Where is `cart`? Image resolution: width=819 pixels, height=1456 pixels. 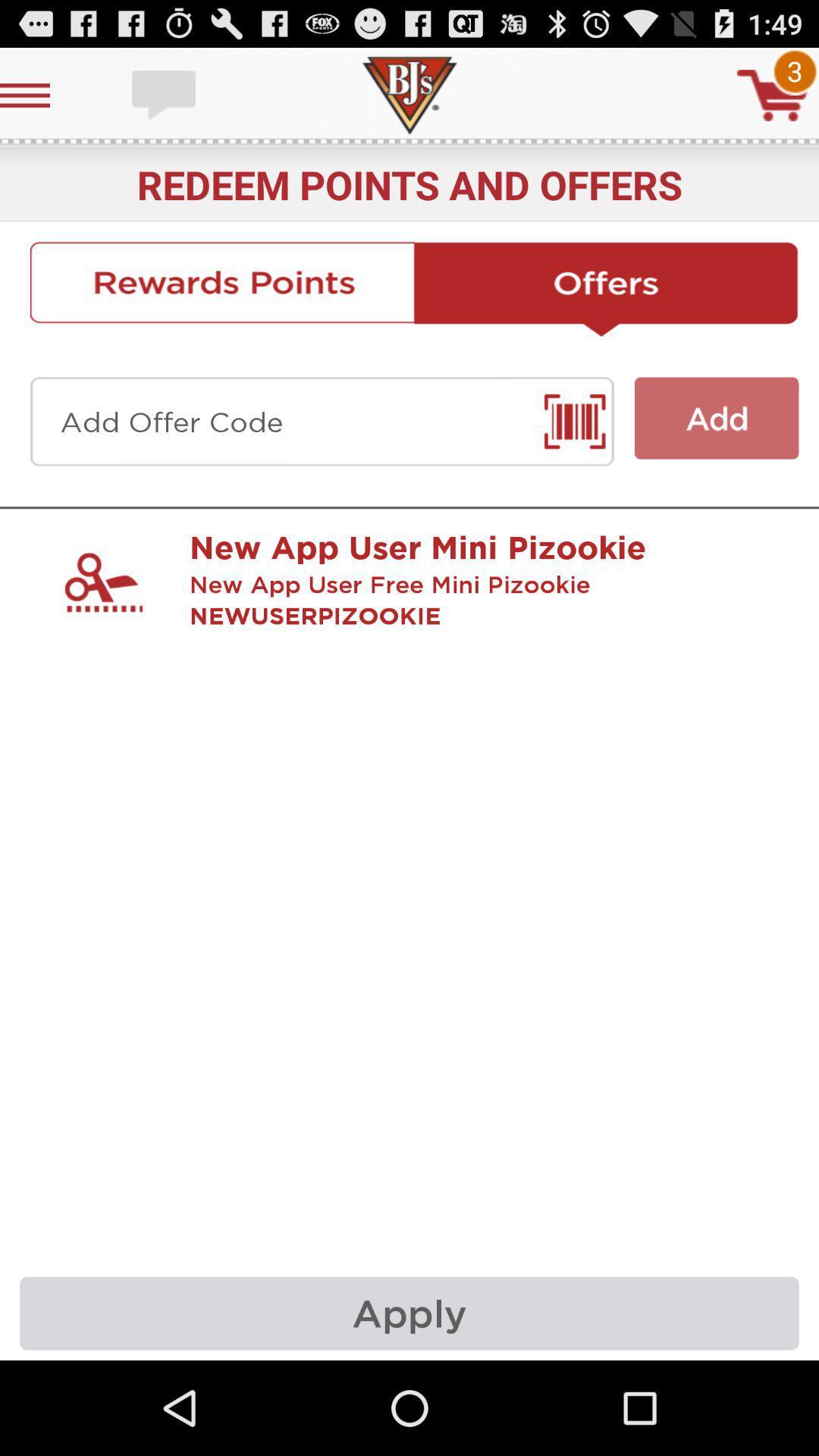
cart is located at coordinates (773, 94).